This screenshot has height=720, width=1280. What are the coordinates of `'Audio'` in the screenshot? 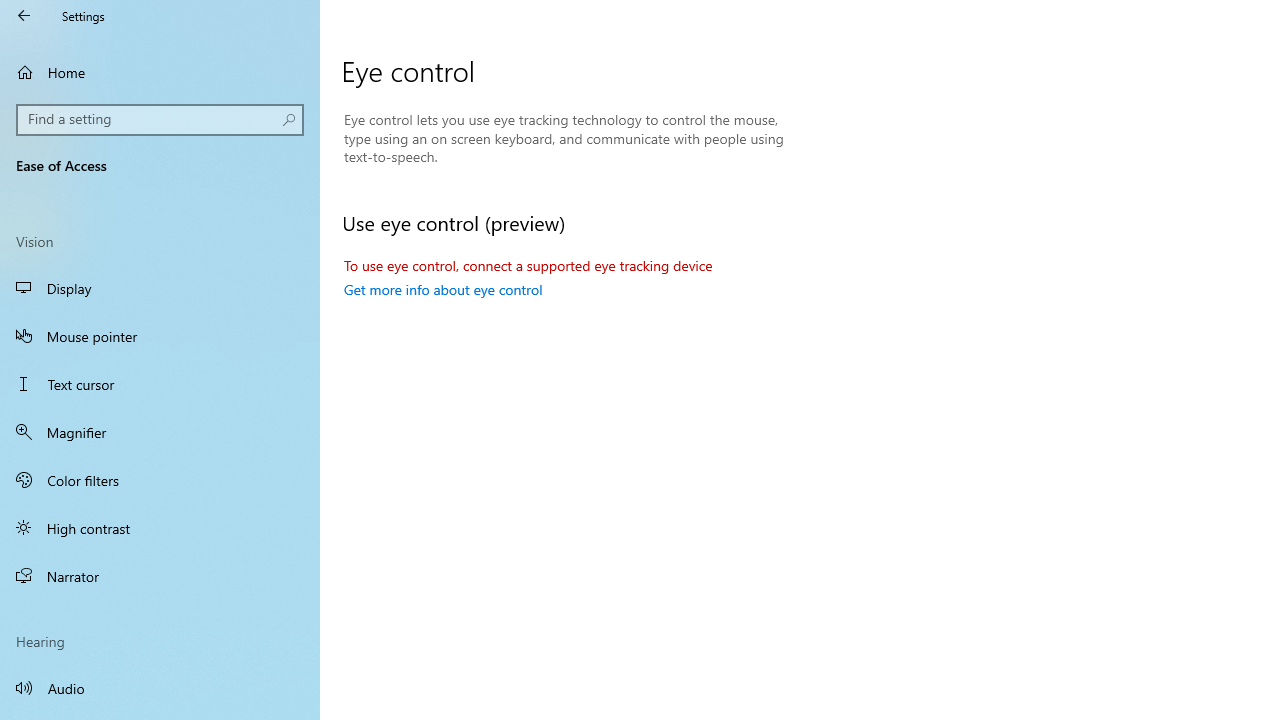 It's located at (160, 686).